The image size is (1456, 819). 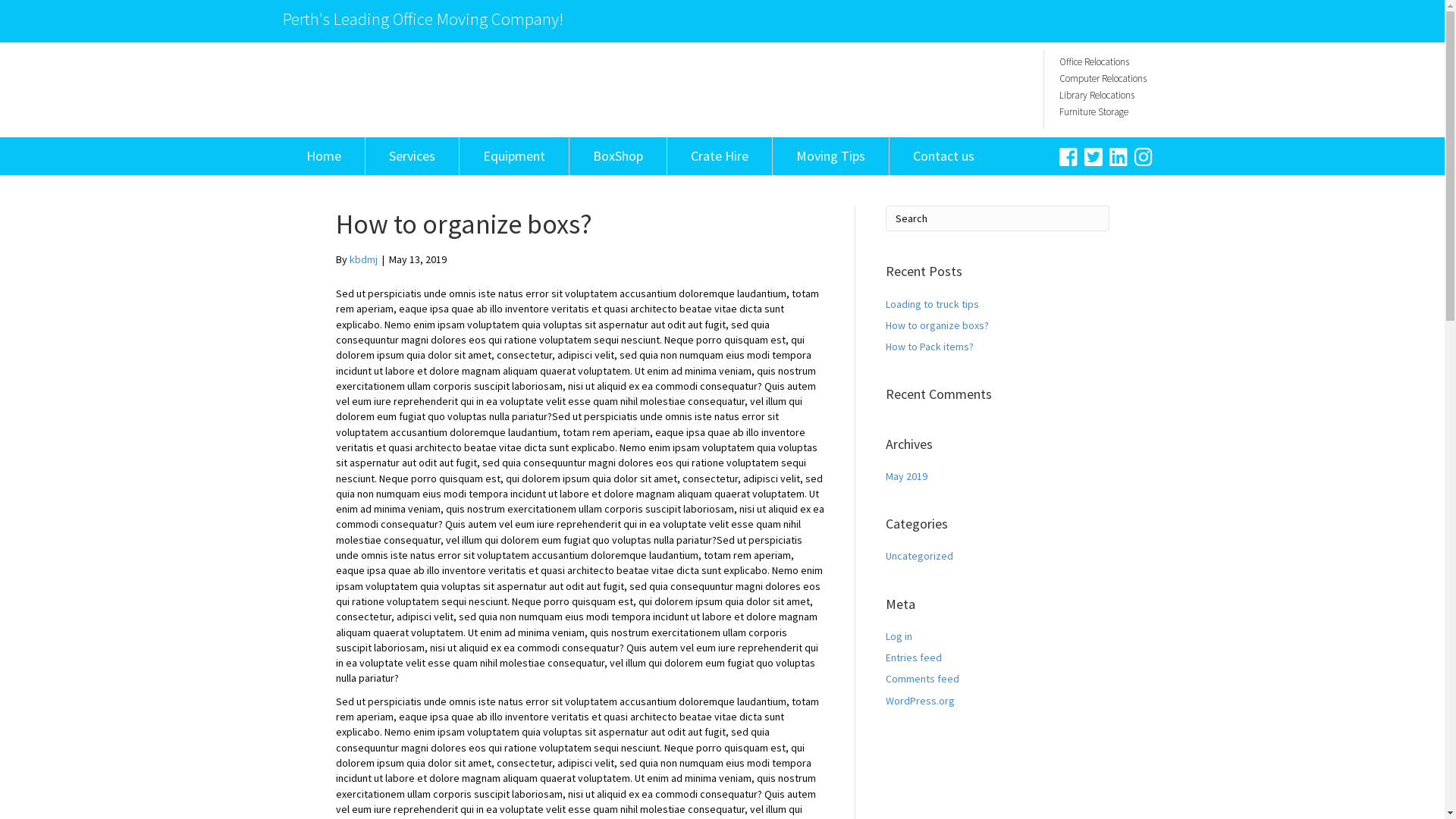 I want to click on 'WordPress.org', so click(x=885, y=701).